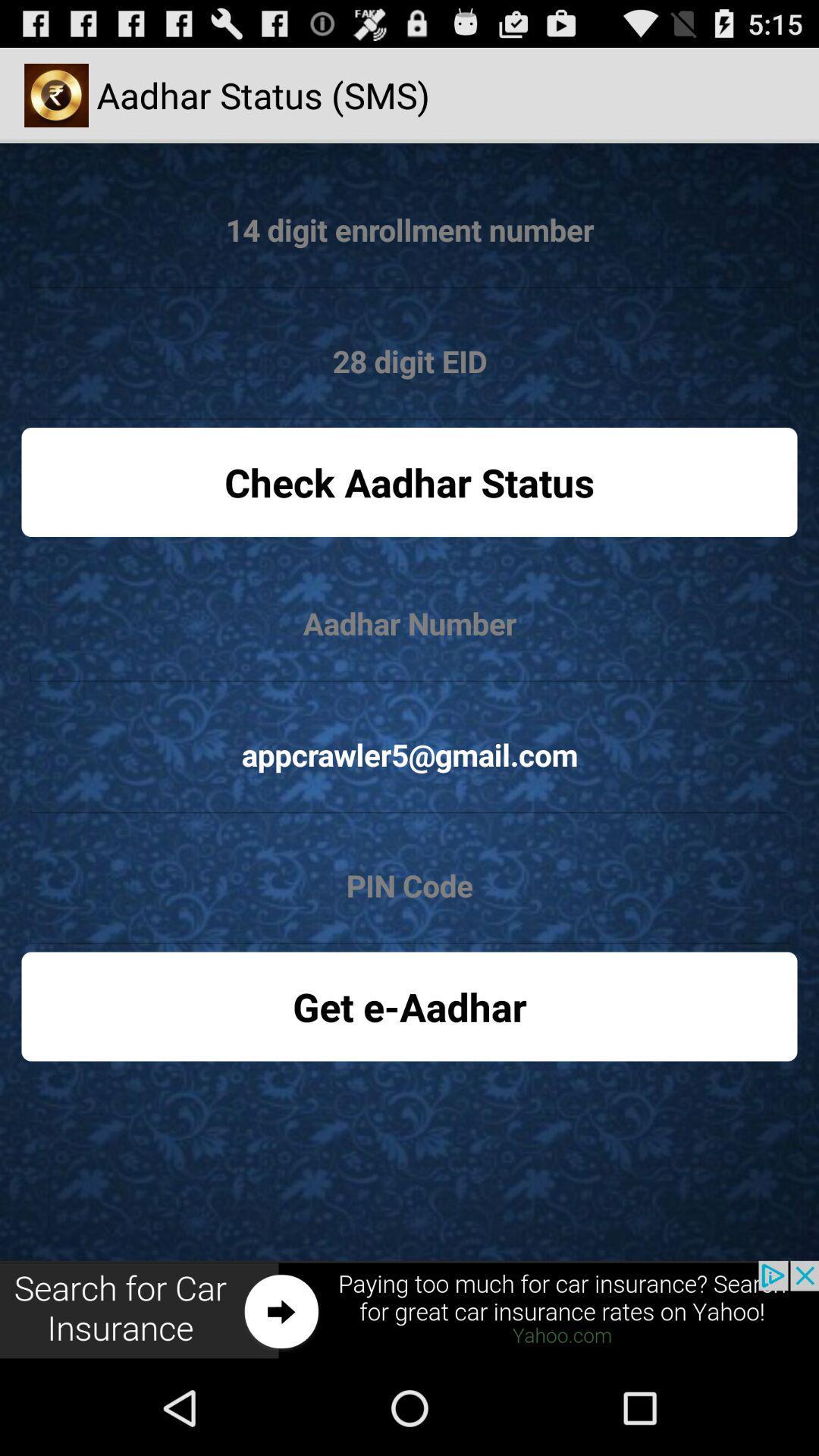 The image size is (819, 1456). I want to click on advertisement banner, so click(409, 1310).